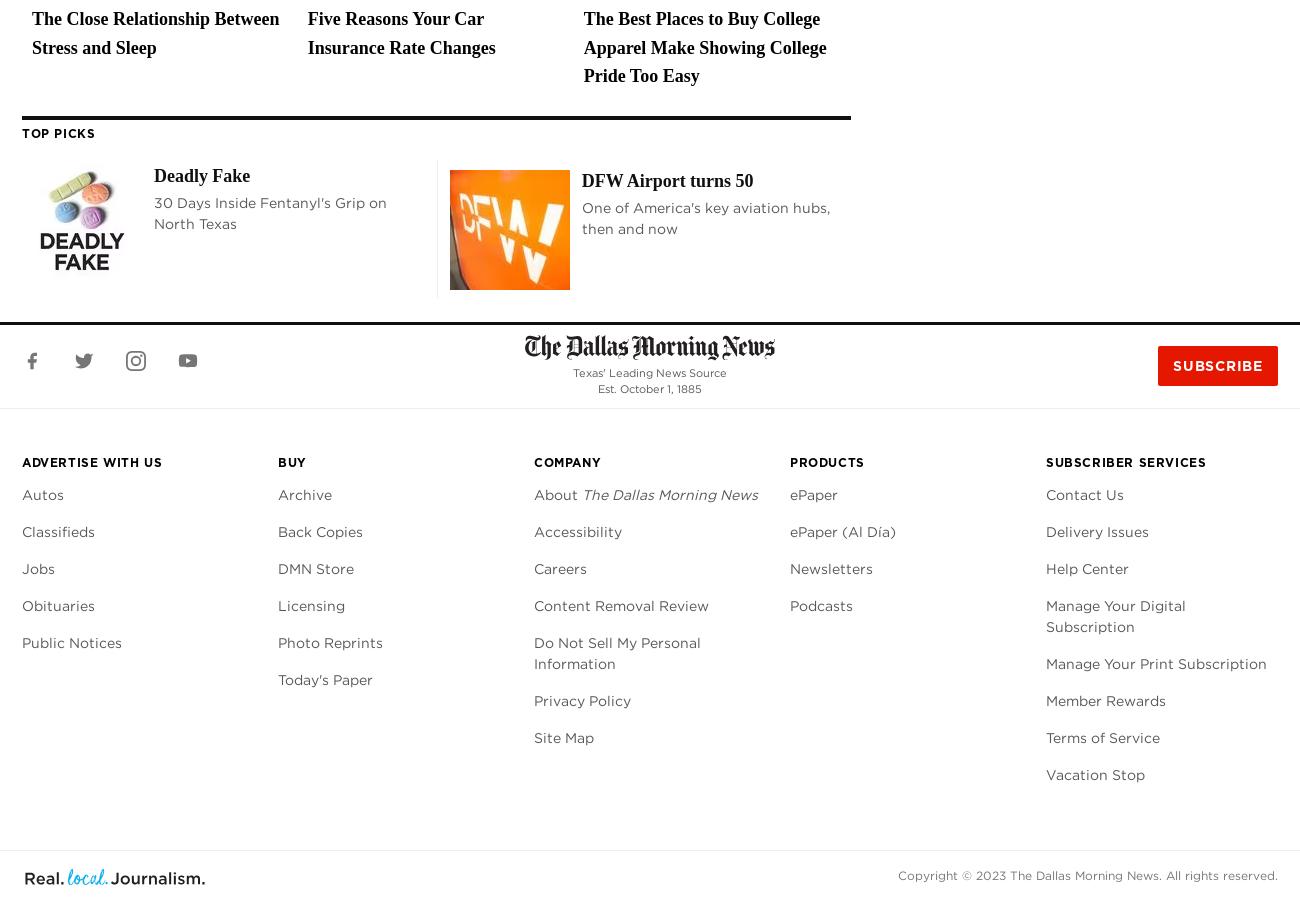 This screenshot has width=1300, height=899. I want to click on 'The Best Places to Buy College Apparel Make Showing College Pride Too Easy', so click(582, 46).